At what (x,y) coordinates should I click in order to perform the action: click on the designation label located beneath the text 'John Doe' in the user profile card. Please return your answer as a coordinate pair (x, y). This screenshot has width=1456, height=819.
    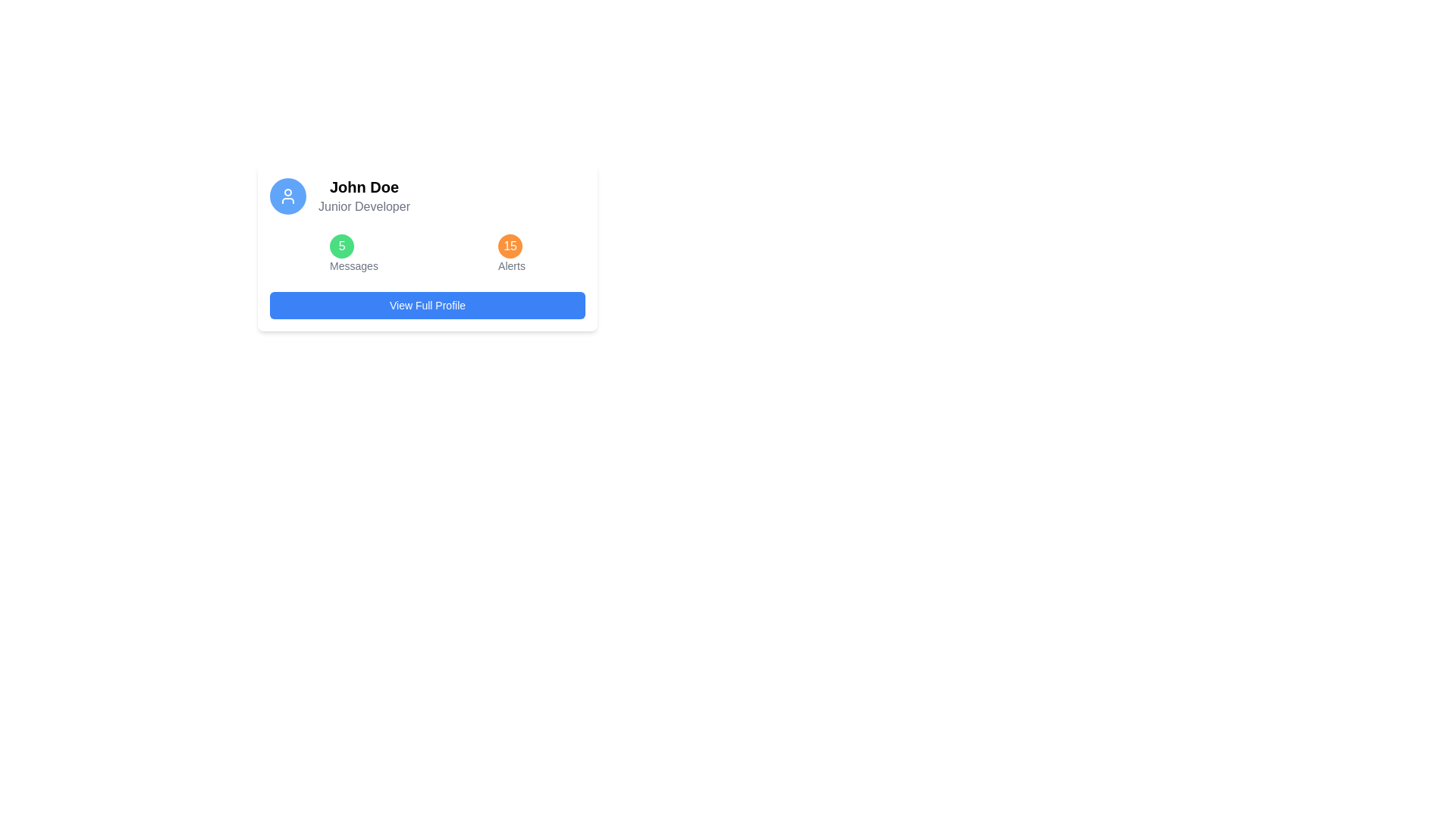
    Looking at the image, I should click on (364, 207).